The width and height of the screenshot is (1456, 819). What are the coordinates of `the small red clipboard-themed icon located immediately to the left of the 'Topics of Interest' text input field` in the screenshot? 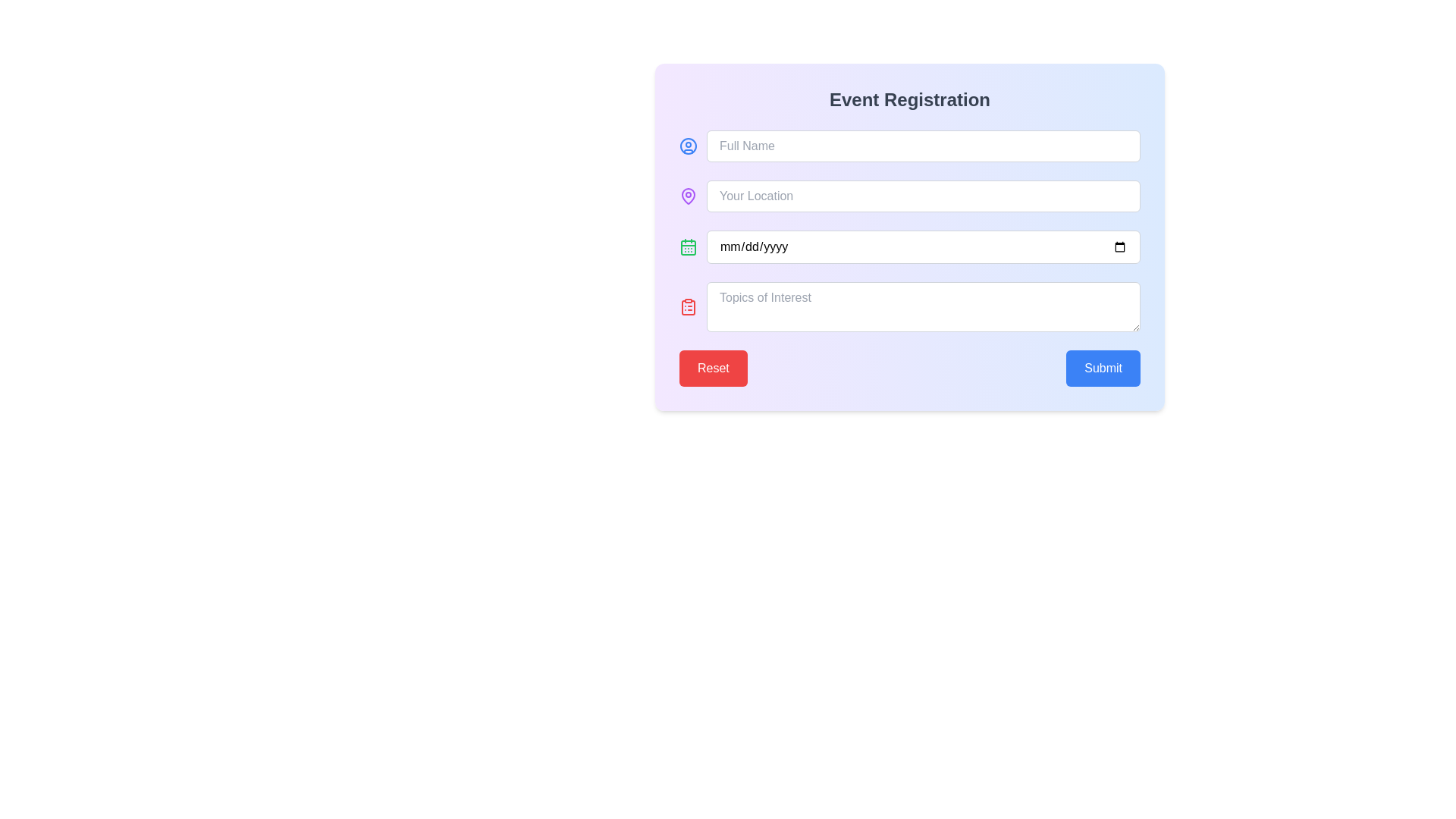 It's located at (687, 307).